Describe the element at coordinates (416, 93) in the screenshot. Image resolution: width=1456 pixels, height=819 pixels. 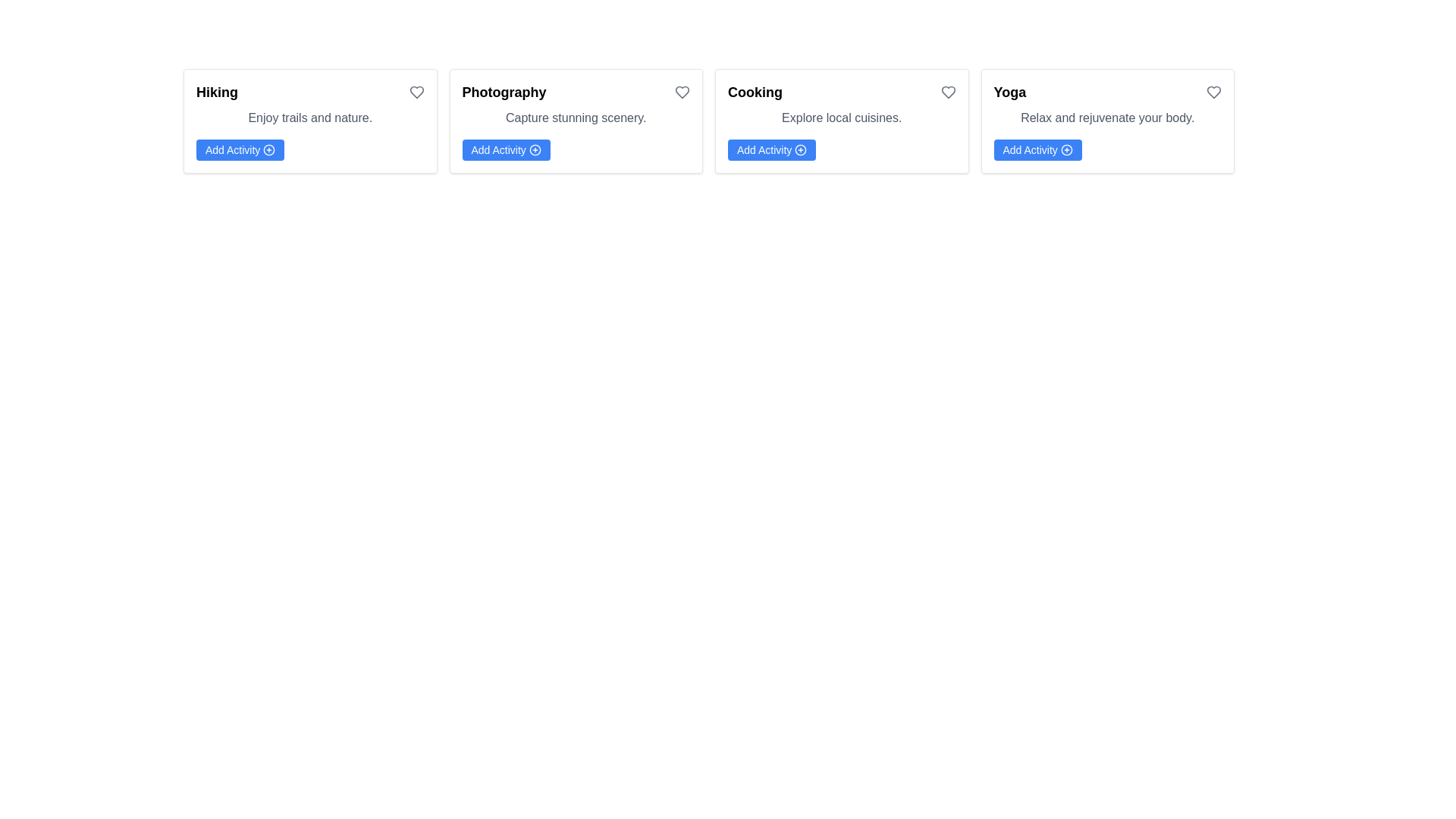
I see `the heart icon located at the top-right corner of the 'Hiking' card` at that location.